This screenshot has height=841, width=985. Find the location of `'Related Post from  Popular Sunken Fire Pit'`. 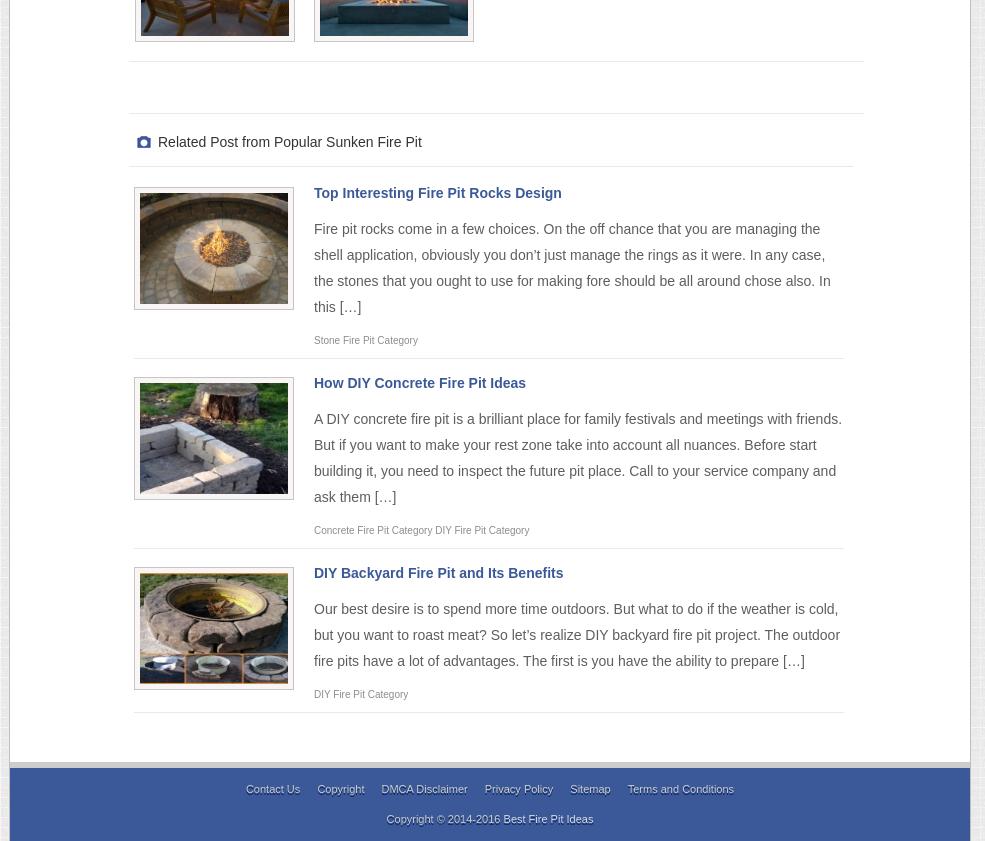

'Related Post from  Popular Sunken Fire Pit' is located at coordinates (157, 140).